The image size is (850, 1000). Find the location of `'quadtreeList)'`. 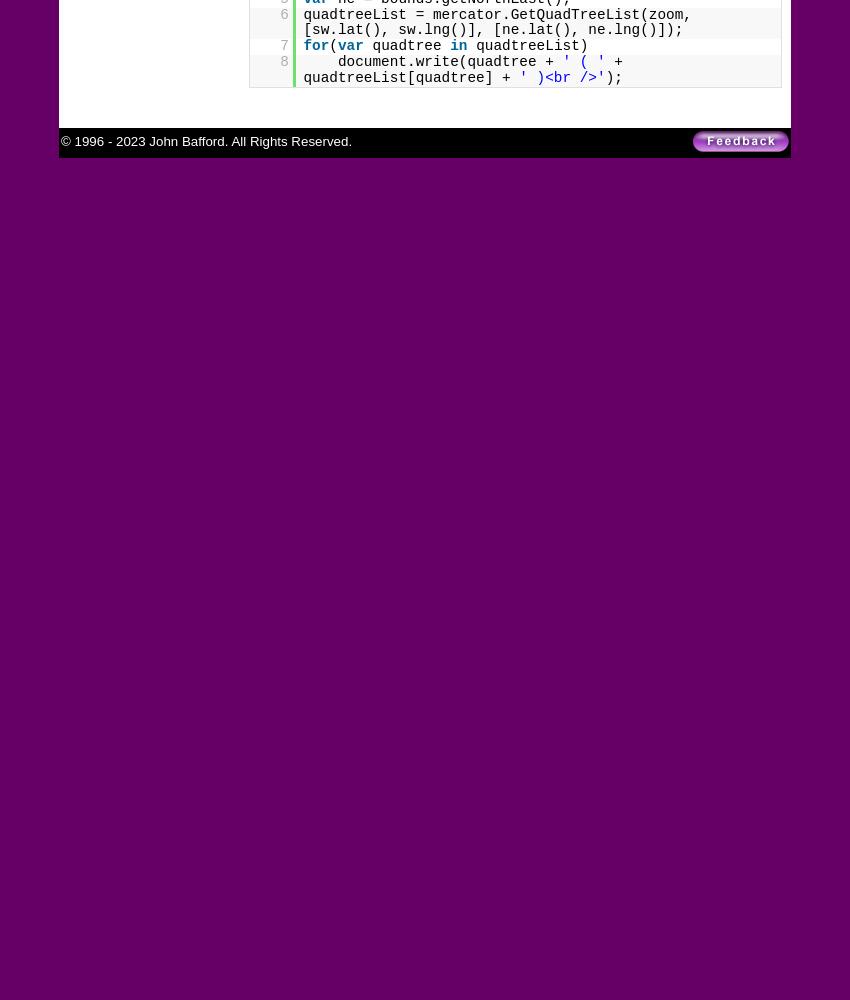

'quadtreeList)' is located at coordinates (531, 46).